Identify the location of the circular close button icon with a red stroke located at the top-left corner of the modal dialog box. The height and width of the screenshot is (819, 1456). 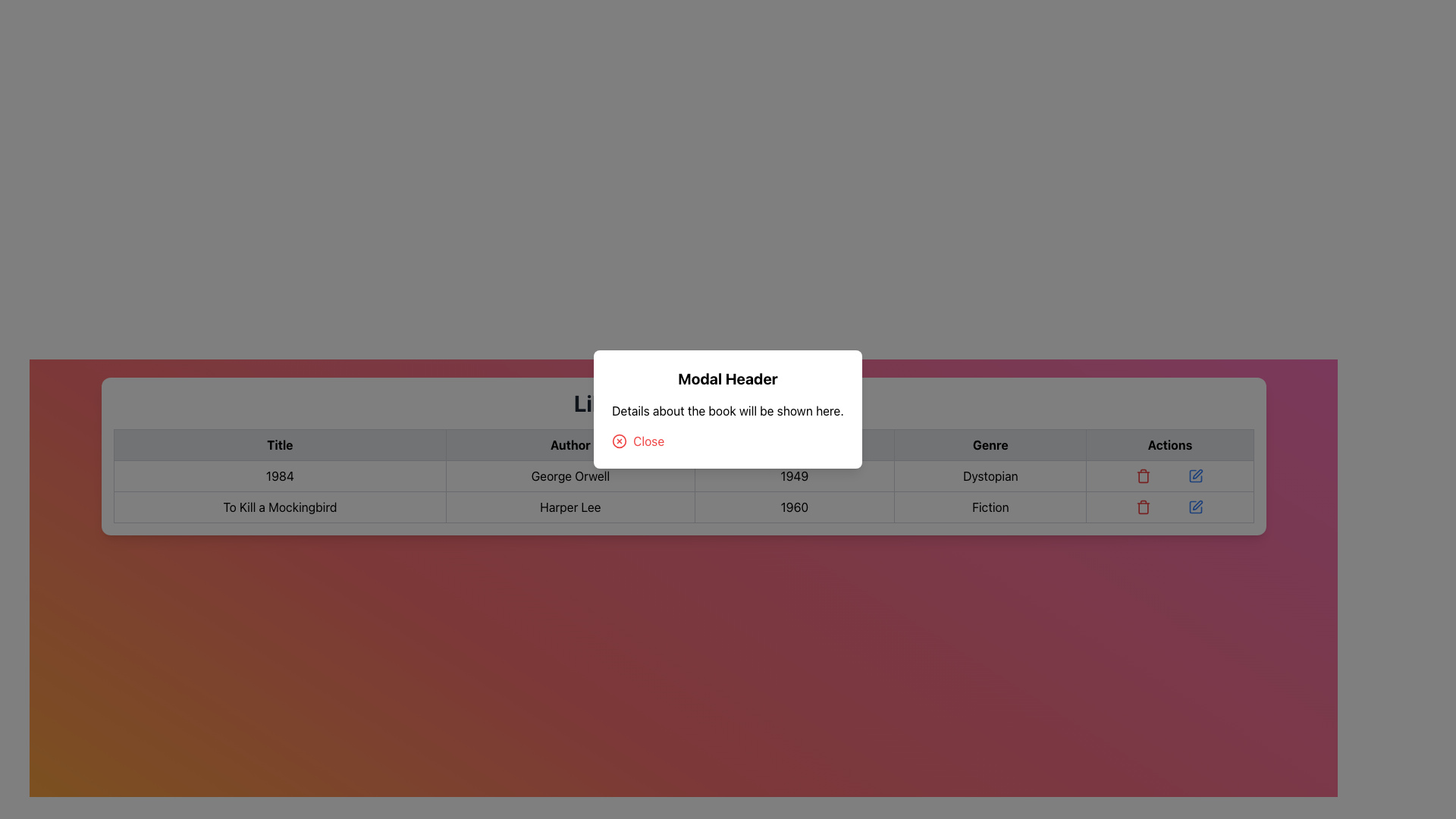
(619, 441).